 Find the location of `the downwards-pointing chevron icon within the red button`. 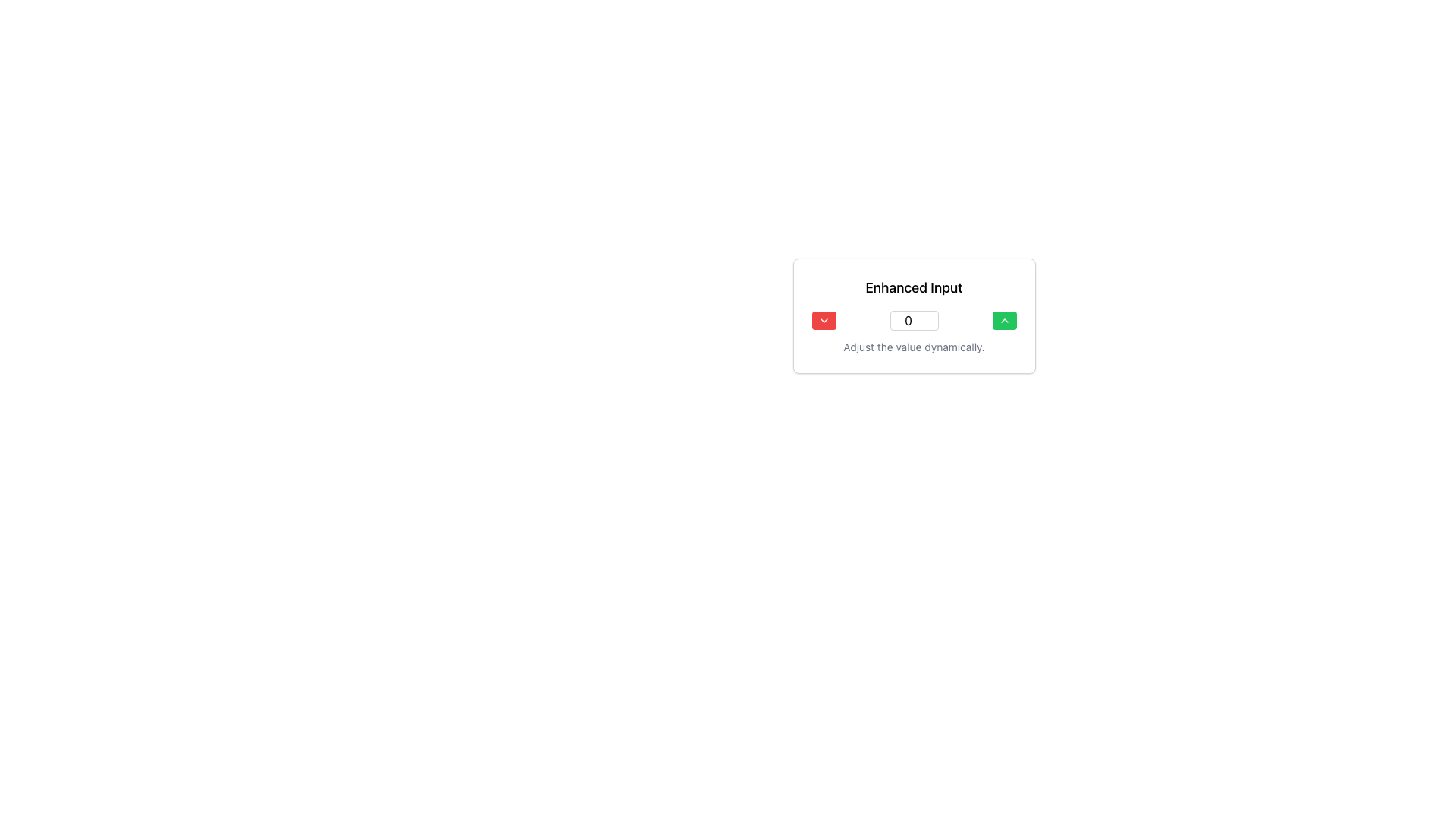

the downwards-pointing chevron icon within the red button is located at coordinates (823, 320).